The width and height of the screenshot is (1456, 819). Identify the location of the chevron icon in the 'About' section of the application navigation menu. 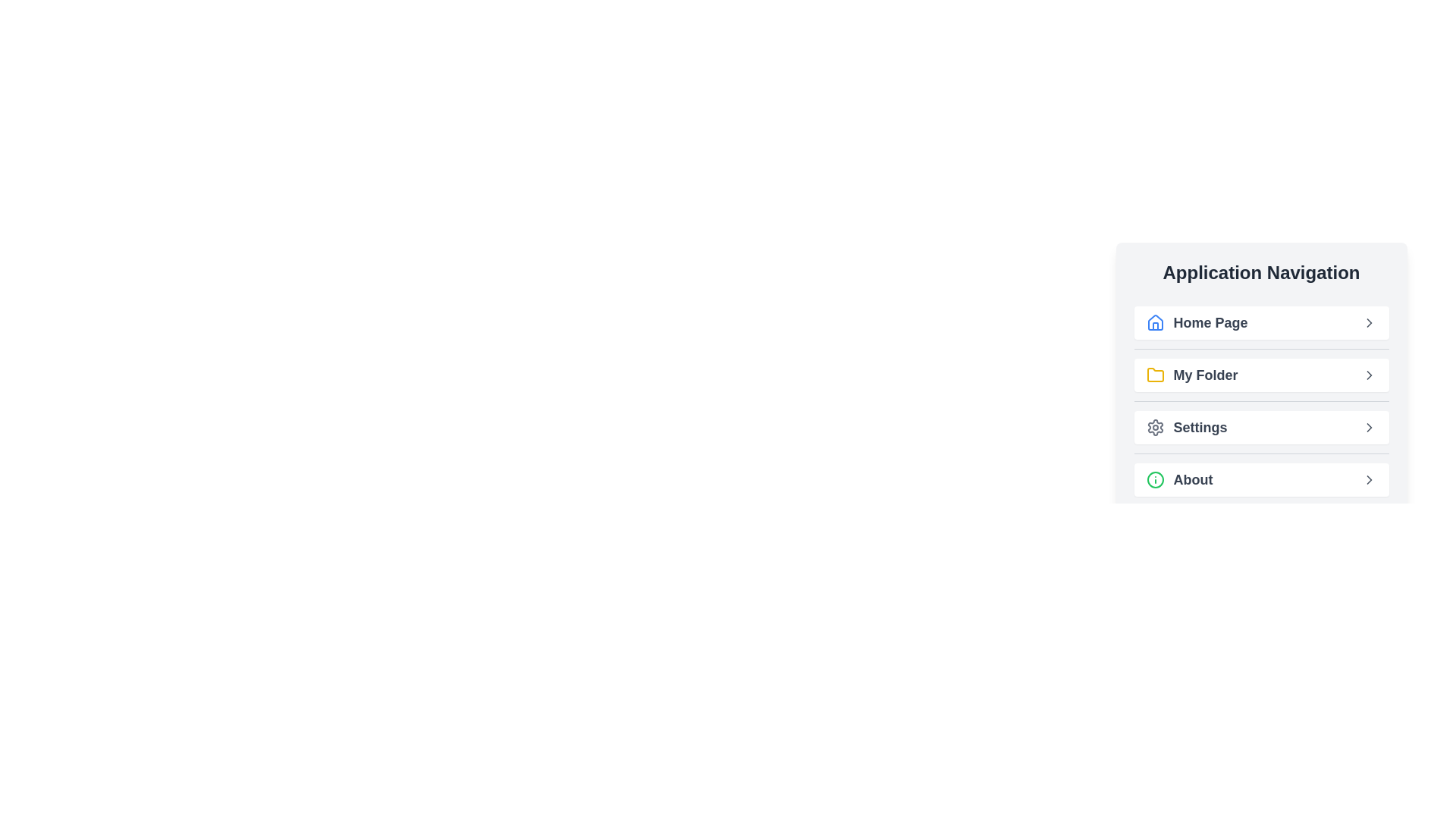
(1369, 479).